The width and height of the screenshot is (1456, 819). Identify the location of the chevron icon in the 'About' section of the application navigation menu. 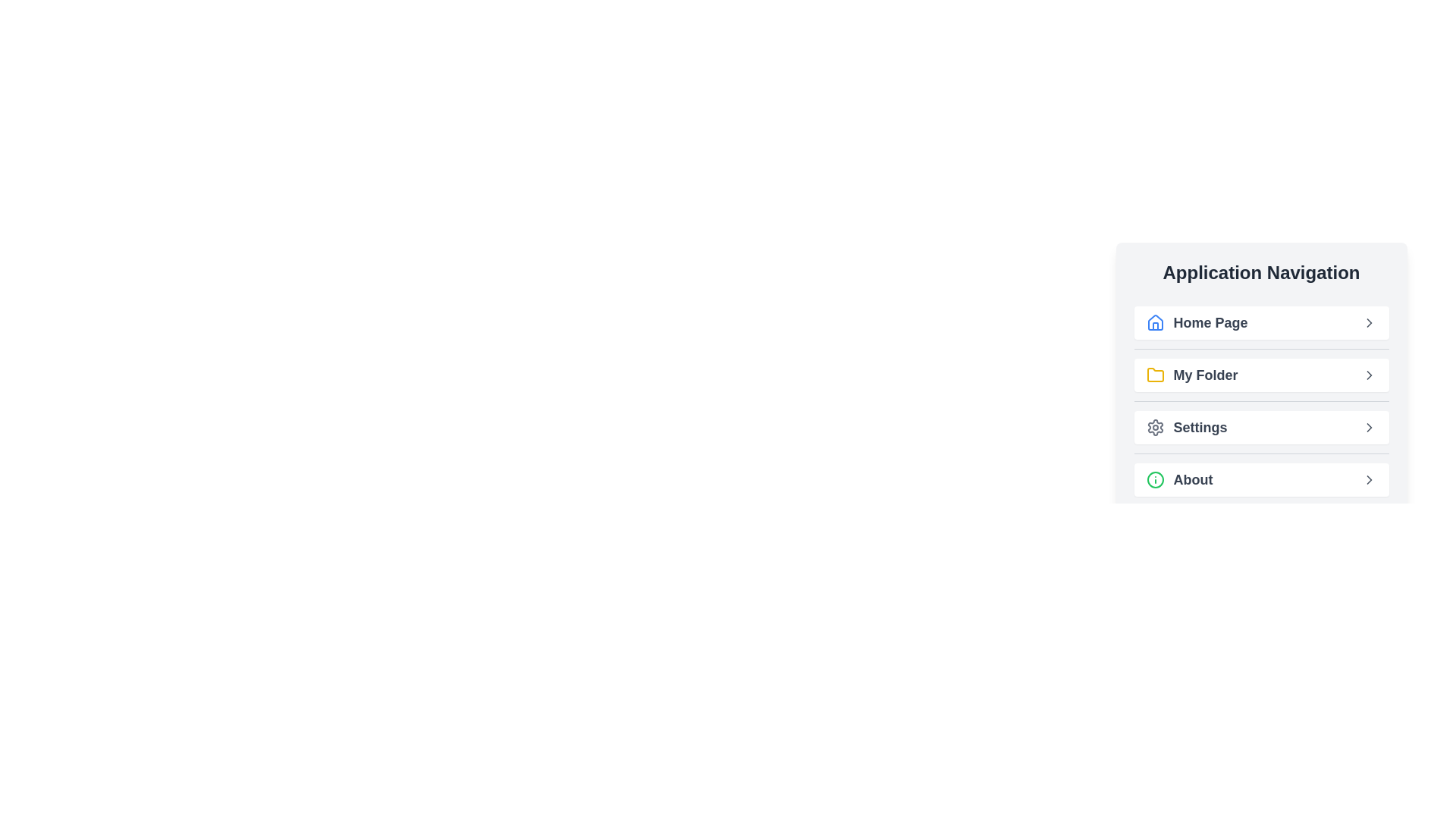
(1369, 479).